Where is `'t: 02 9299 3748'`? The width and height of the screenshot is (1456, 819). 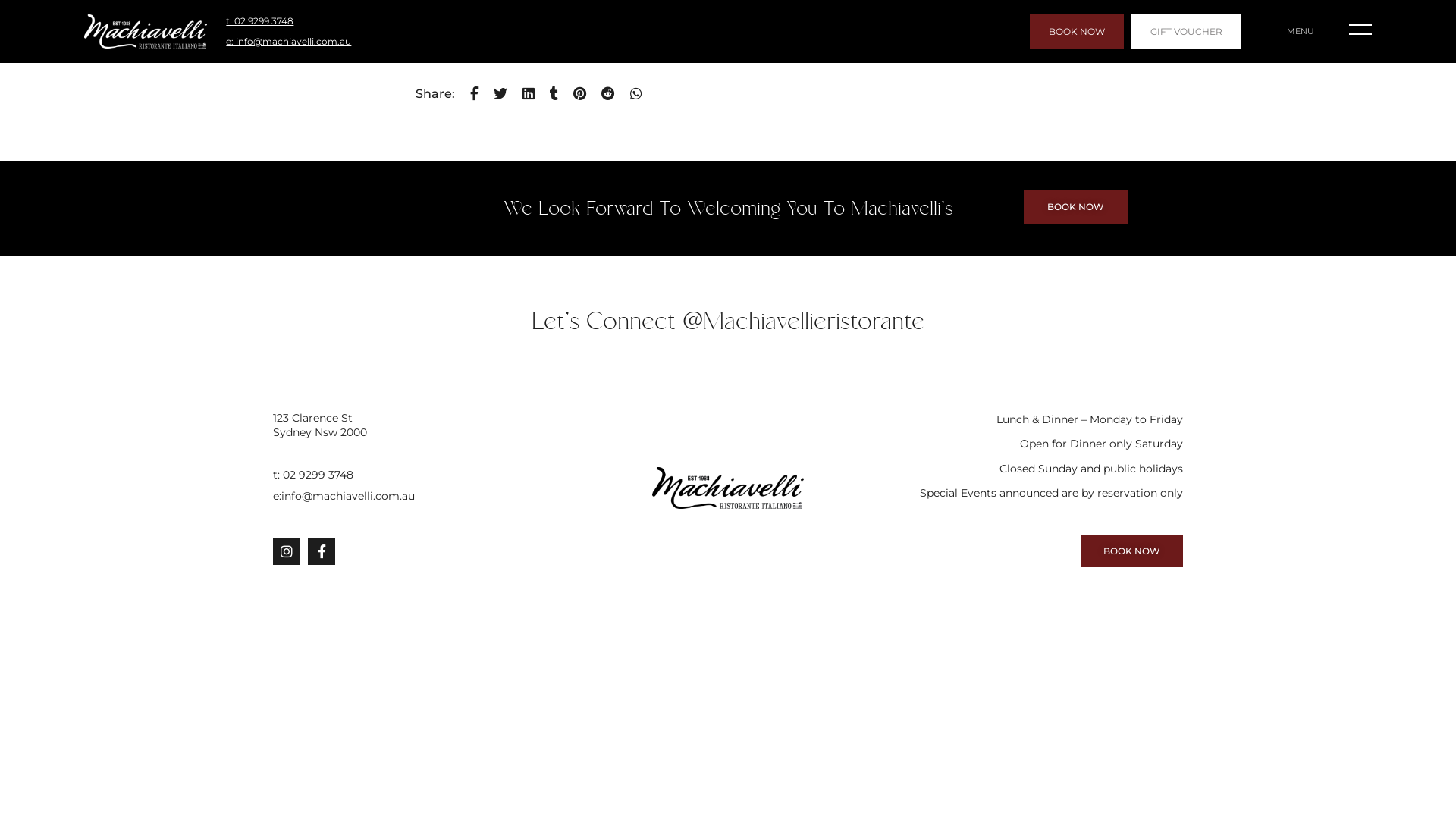
't: 02 9299 3748' is located at coordinates (419, 473).